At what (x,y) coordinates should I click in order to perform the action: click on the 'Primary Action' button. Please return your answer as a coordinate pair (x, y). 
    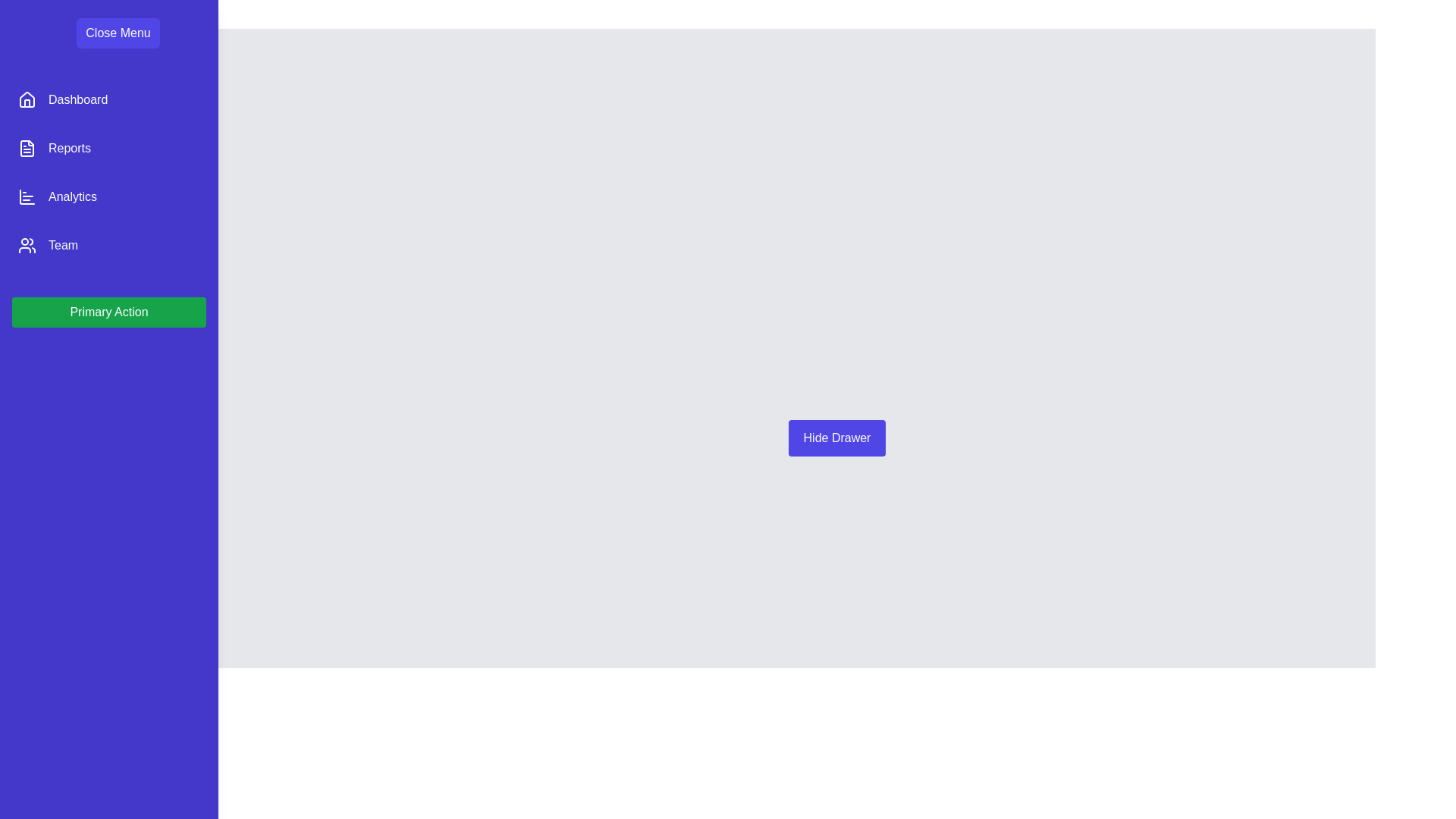
    Looking at the image, I should click on (108, 312).